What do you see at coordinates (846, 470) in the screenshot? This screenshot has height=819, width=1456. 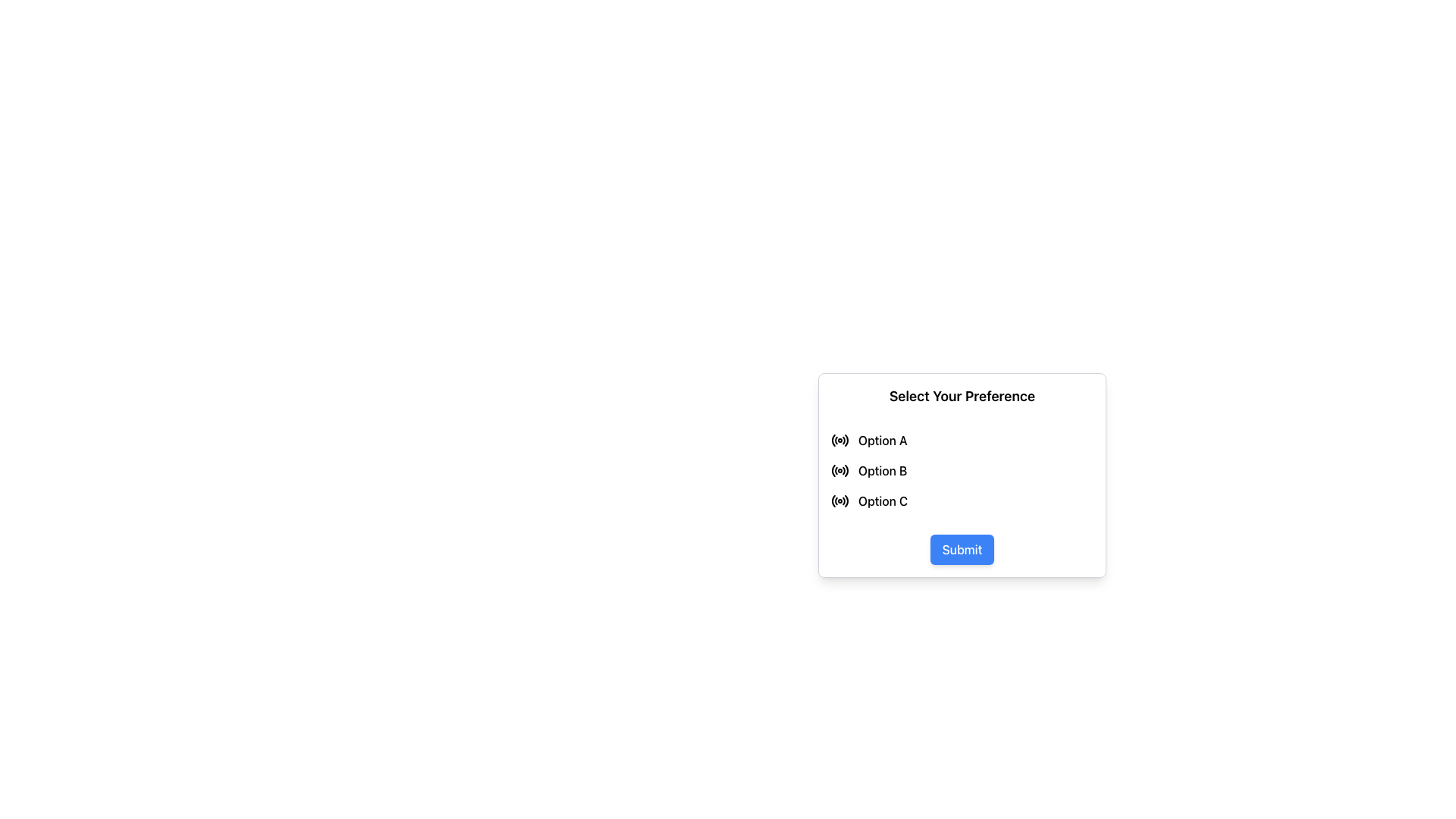 I see `the outermost circle of the SVG representing the radio button for 'Option B'` at bounding box center [846, 470].